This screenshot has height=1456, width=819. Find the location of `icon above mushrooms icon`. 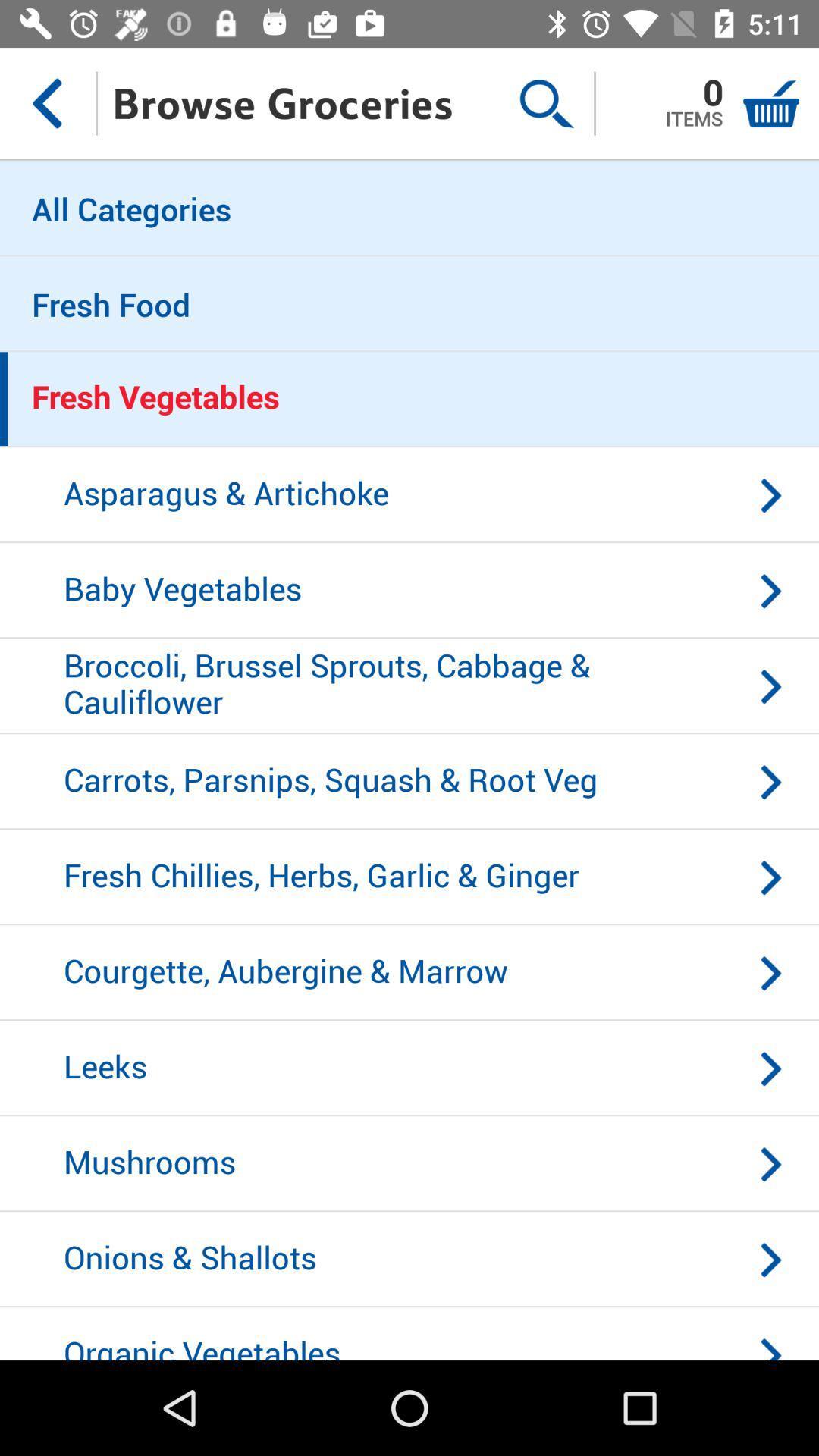

icon above mushrooms icon is located at coordinates (409, 1068).